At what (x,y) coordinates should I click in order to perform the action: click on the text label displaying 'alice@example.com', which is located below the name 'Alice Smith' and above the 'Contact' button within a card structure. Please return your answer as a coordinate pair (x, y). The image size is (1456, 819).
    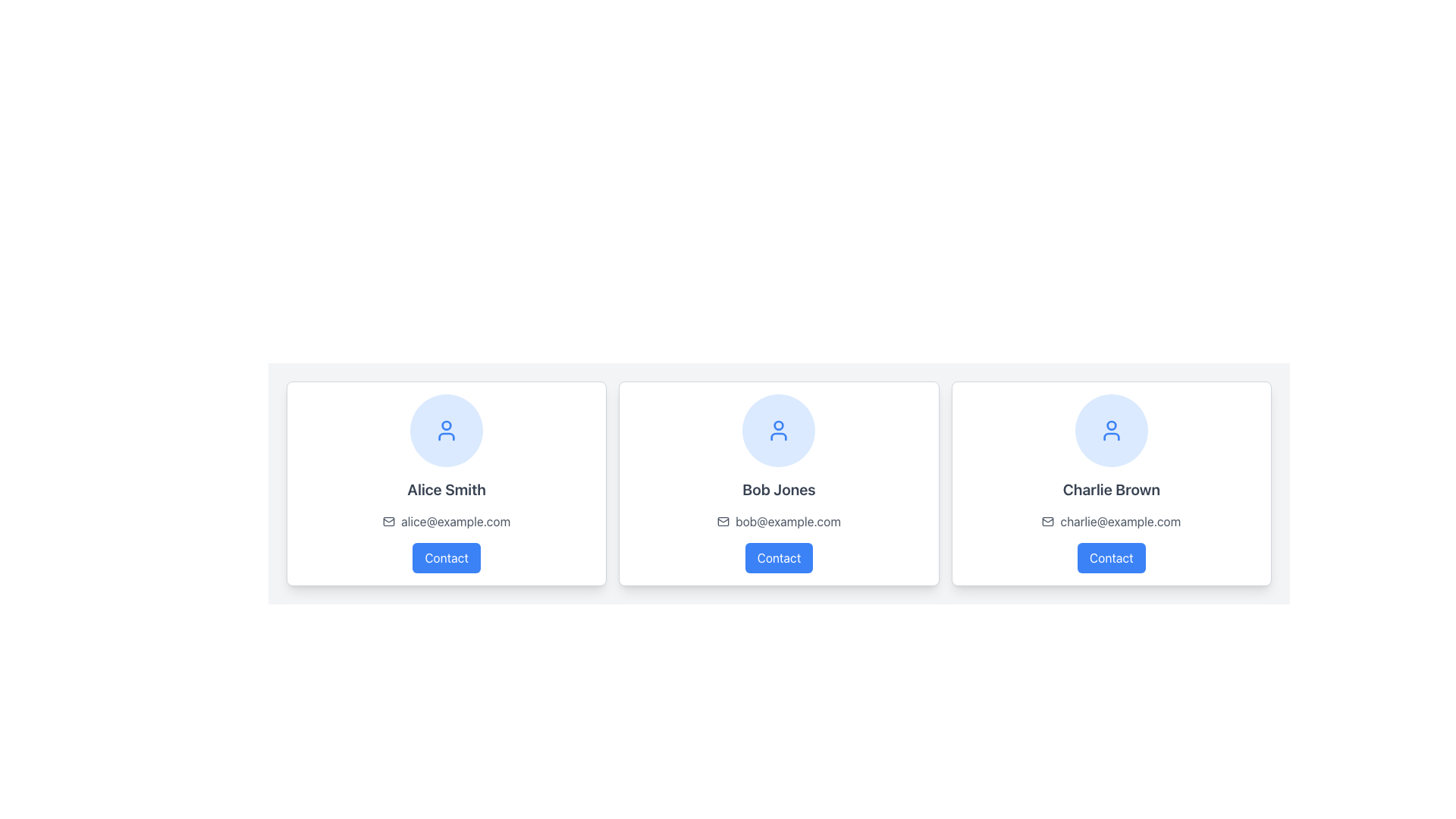
    Looking at the image, I should click on (446, 520).